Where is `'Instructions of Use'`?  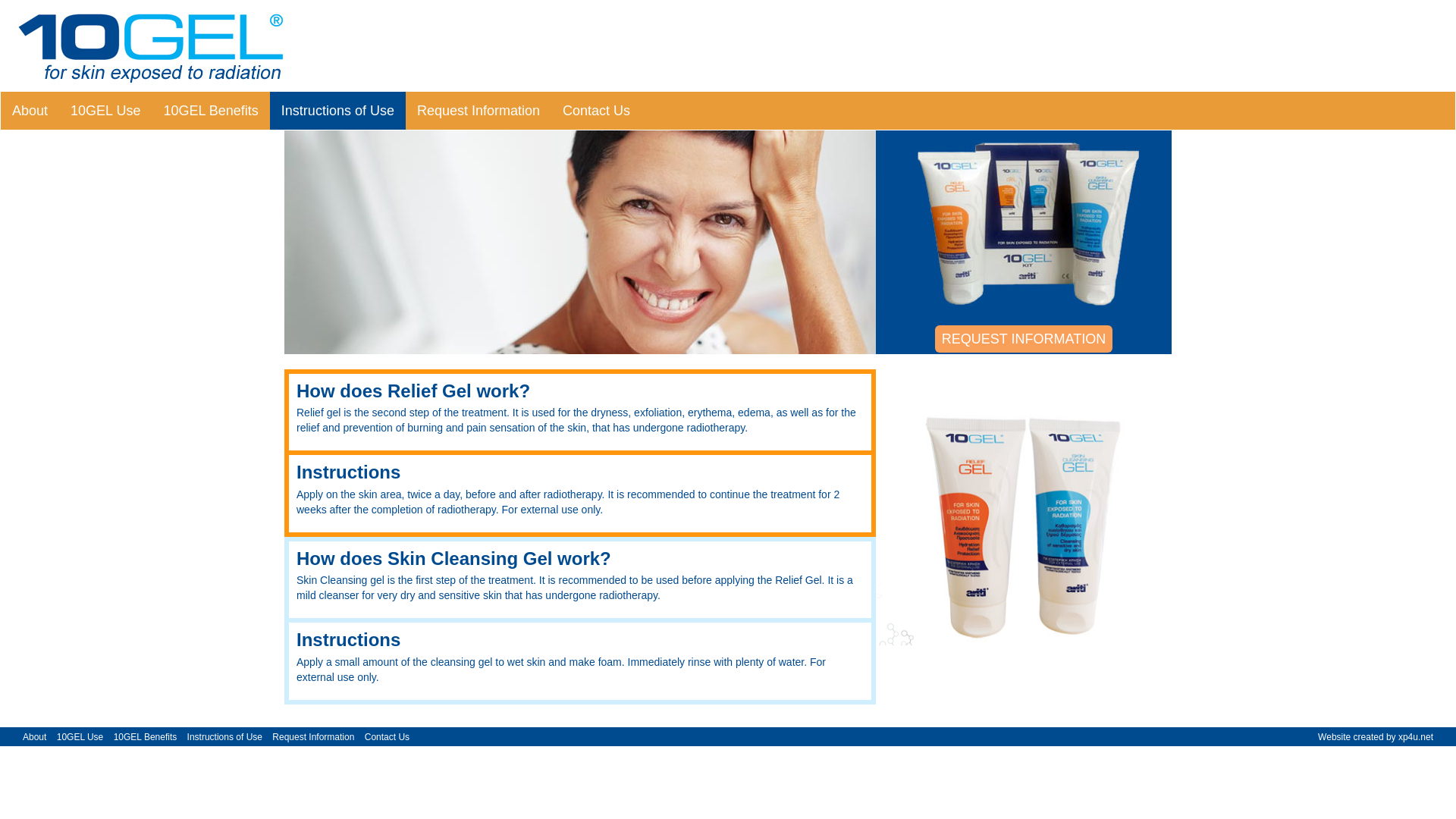 'Instructions of Use' is located at coordinates (224, 736).